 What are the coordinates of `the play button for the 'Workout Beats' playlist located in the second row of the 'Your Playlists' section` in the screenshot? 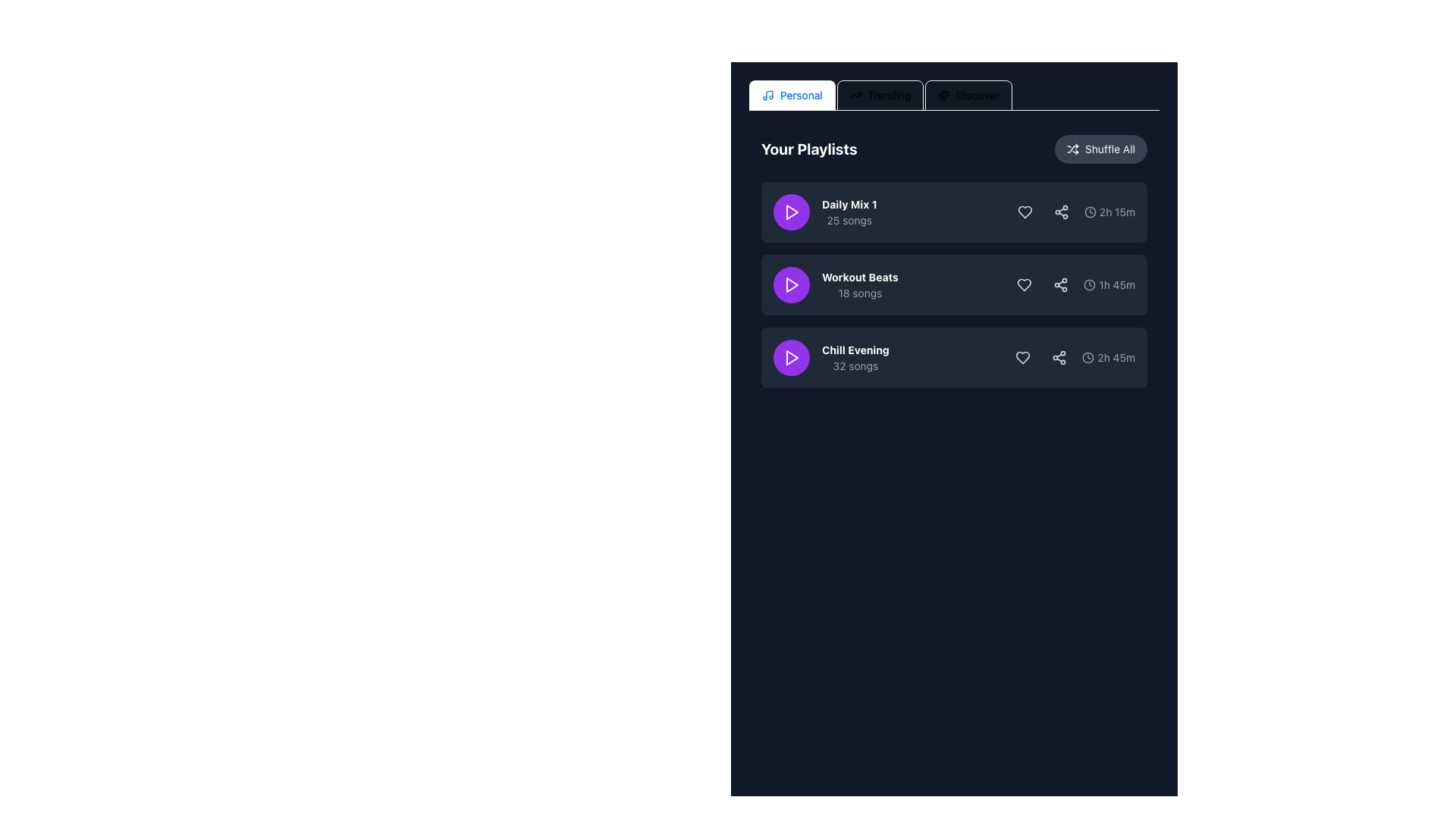 It's located at (790, 284).